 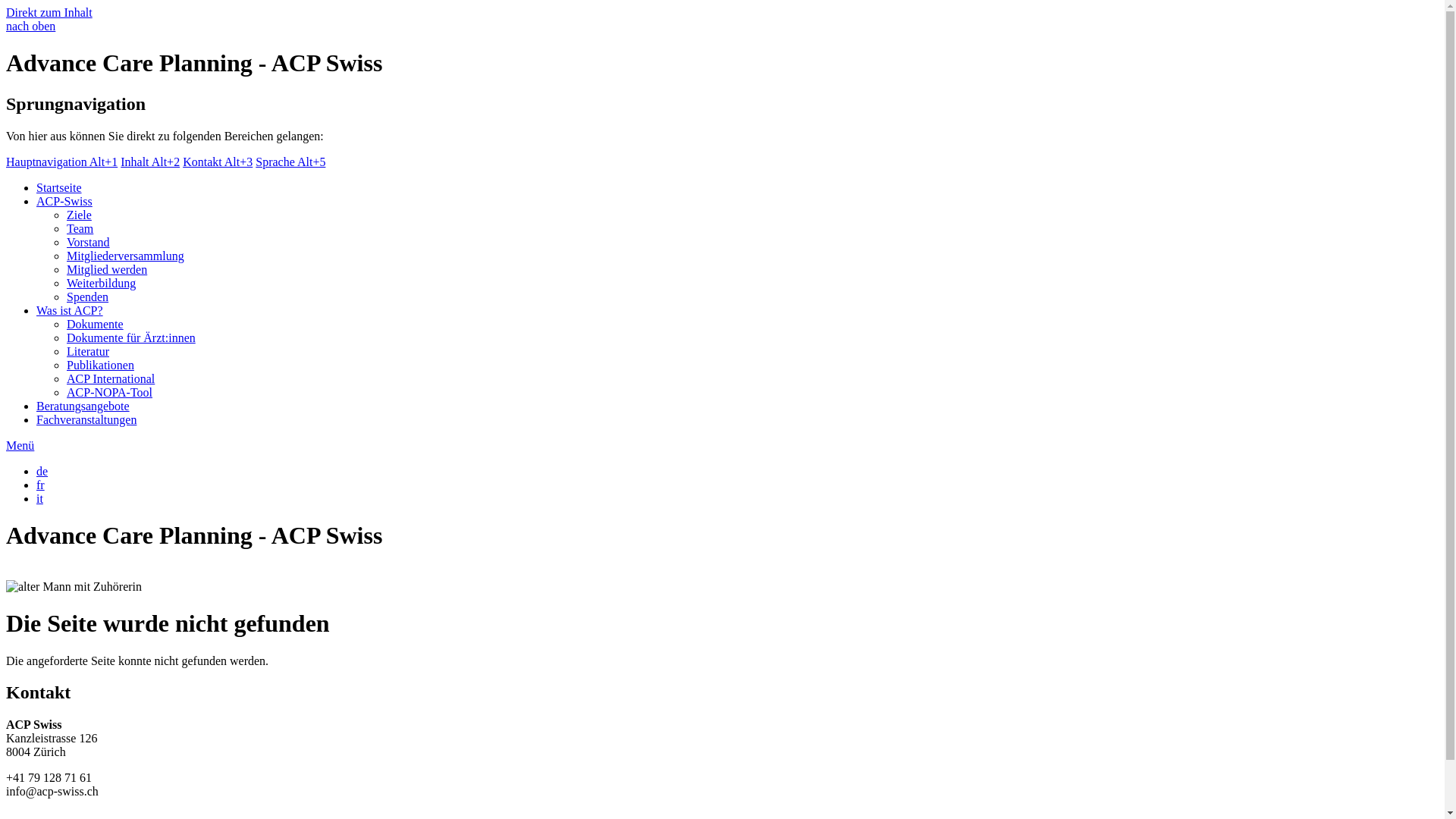 What do you see at coordinates (75, 103) in the screenshot?
I see `'Sprungnavigation'` at bounding box center [75, 103].